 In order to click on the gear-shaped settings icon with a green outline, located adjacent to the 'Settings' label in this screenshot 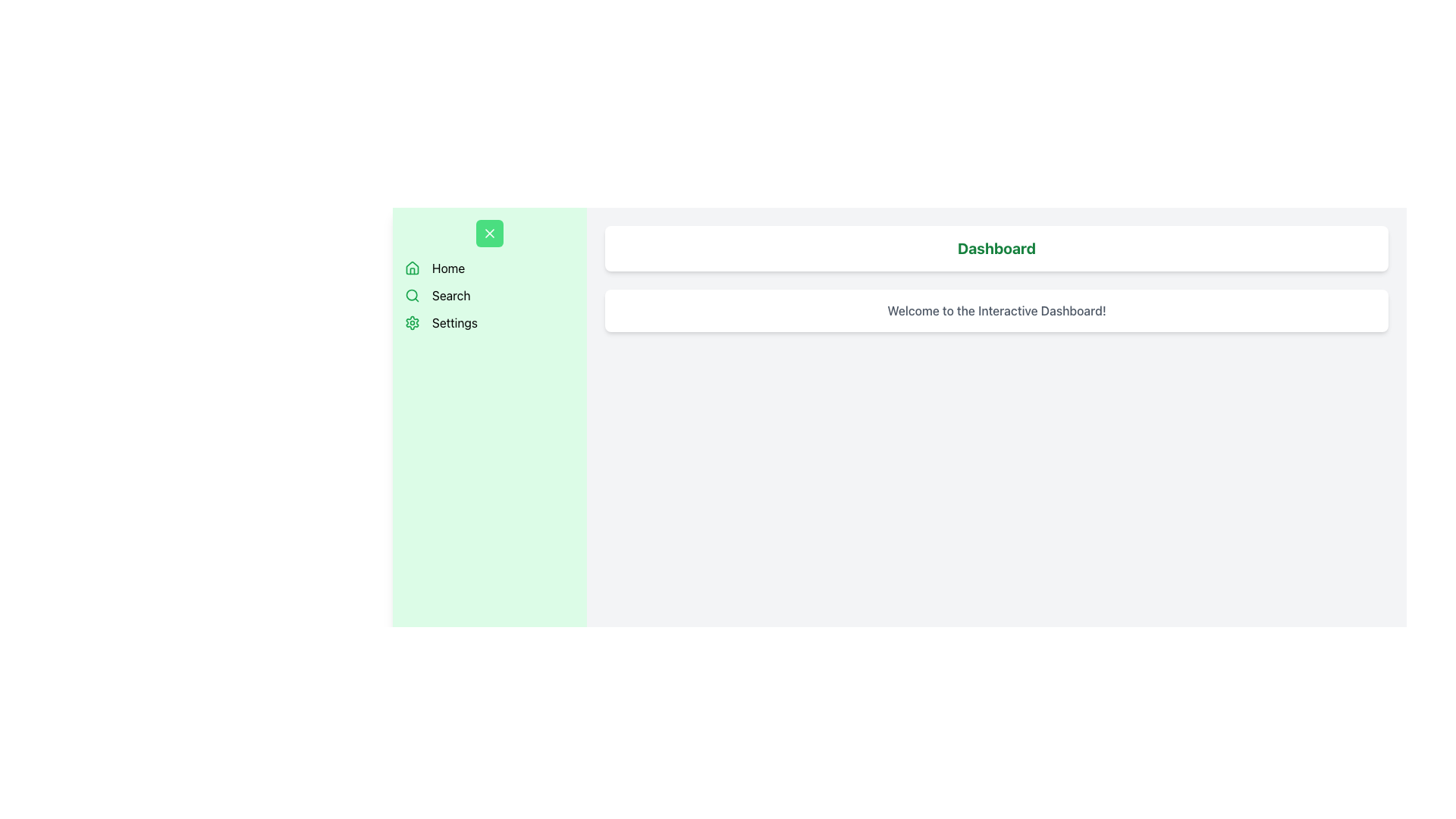, I will do `click(412, 322)`.